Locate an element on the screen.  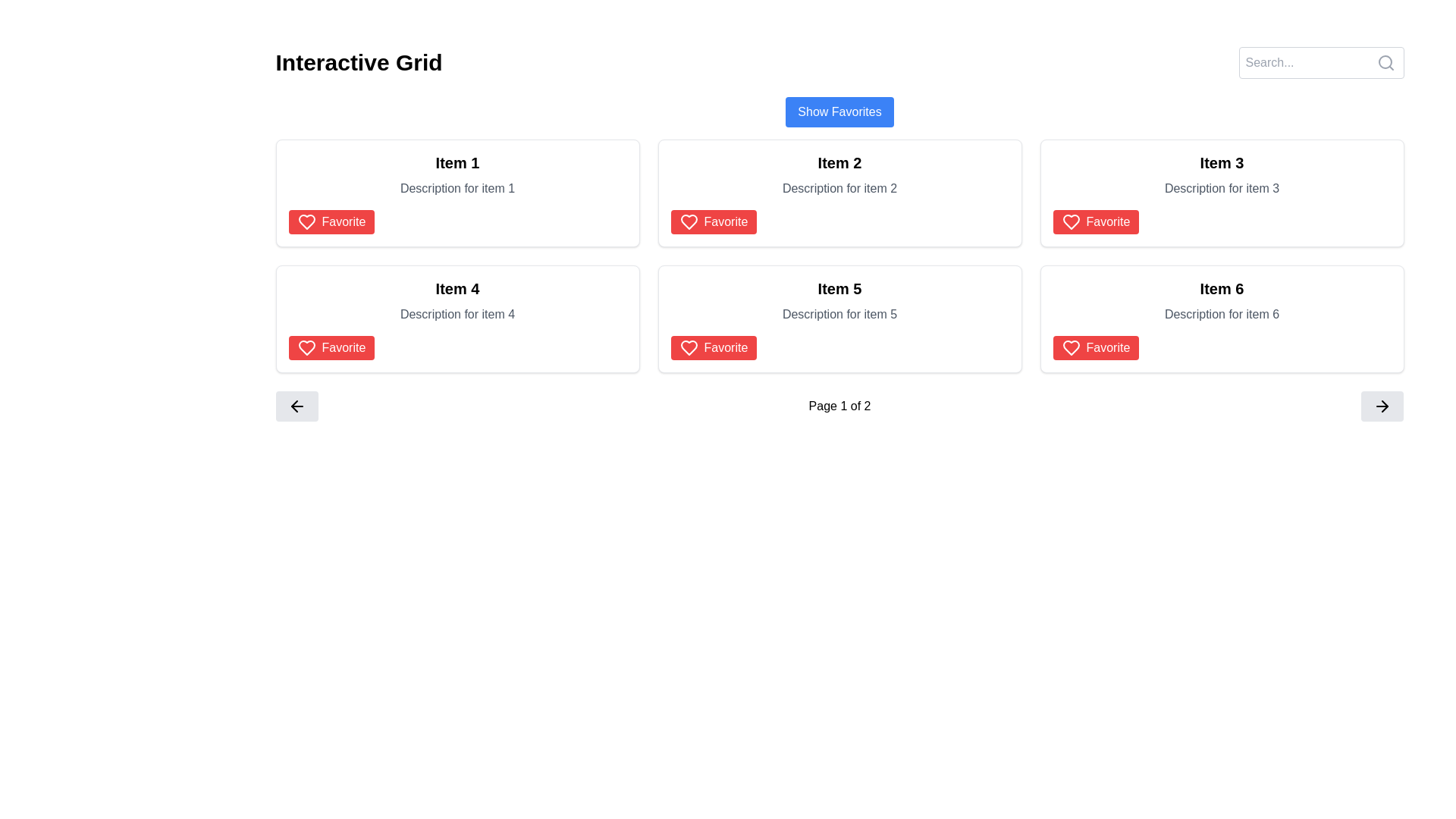
the heart-shaped icon with a red fill located inside the 'Favorite' button beneath the 'Item 5' card in the second row of the interactive grid layout is located at coordinates (688, 348).